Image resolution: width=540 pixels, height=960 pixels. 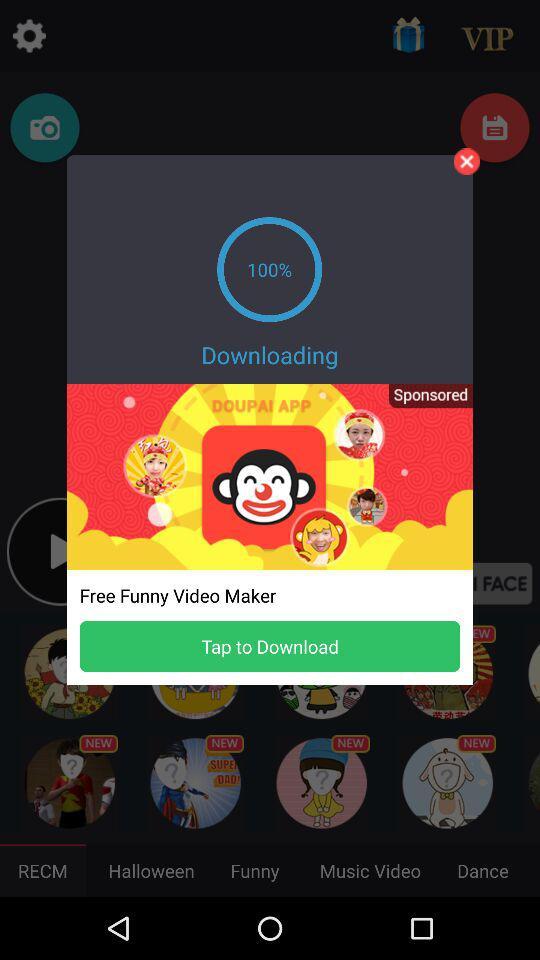 I want to click on the icon above the tap to download icon, so click(x=423, y=401).